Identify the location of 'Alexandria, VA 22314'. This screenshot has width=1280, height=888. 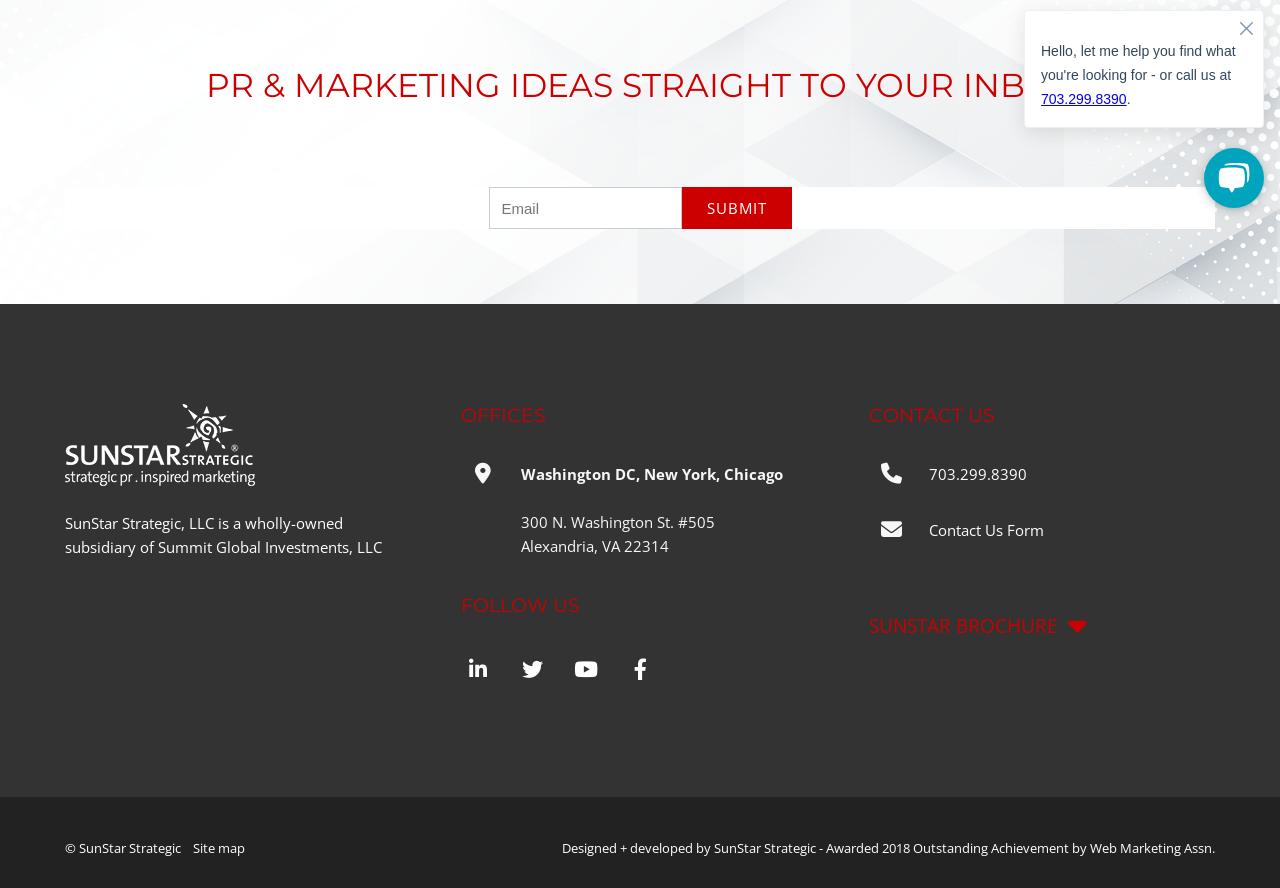
(593, 545).